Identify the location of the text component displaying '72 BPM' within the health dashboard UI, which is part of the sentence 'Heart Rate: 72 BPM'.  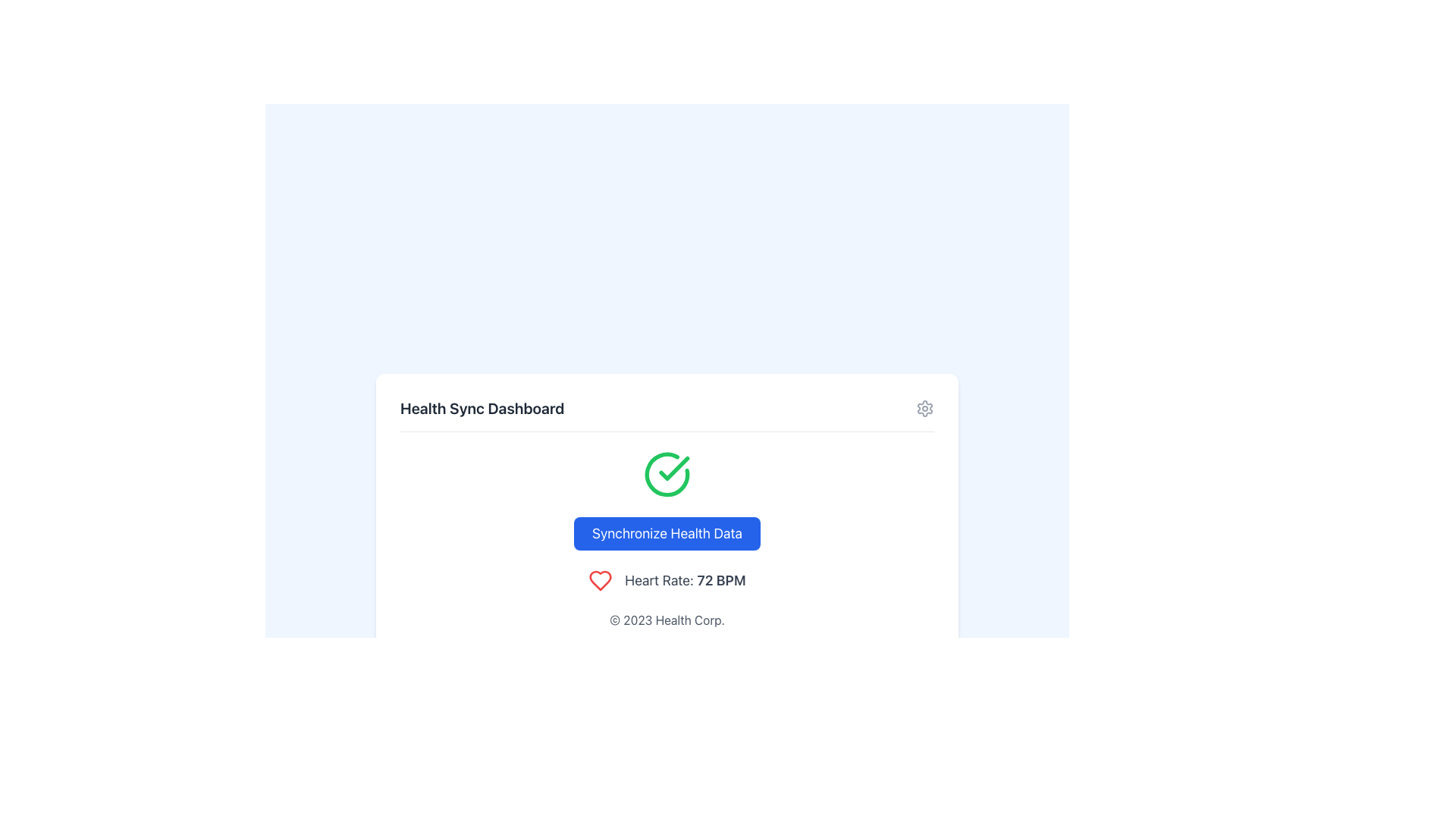
(720, 579).